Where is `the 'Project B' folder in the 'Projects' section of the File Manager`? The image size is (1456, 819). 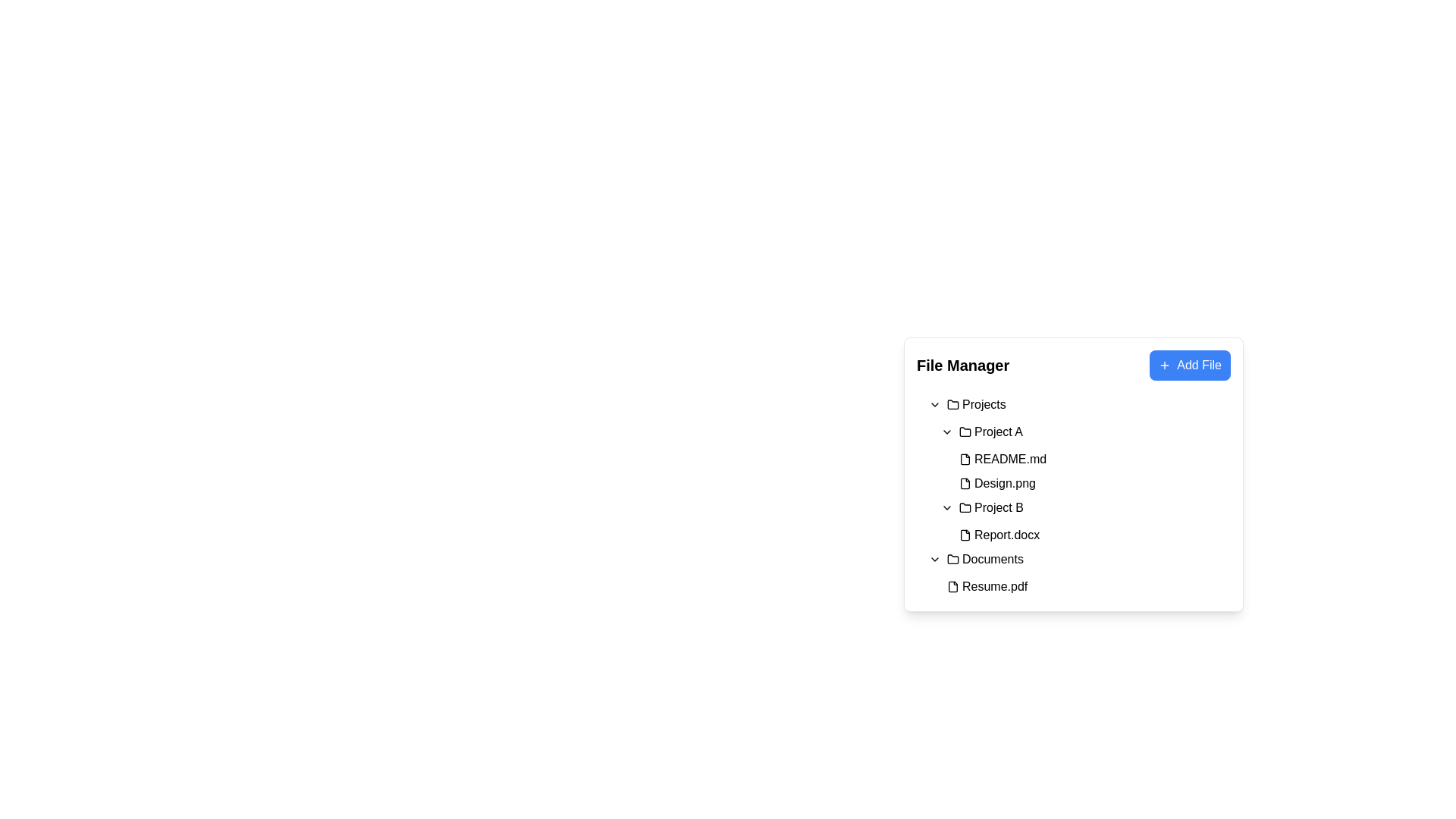
the 'Project B' folder in the 'Projects' section of the File Manager is located at coordinates (999, 508).